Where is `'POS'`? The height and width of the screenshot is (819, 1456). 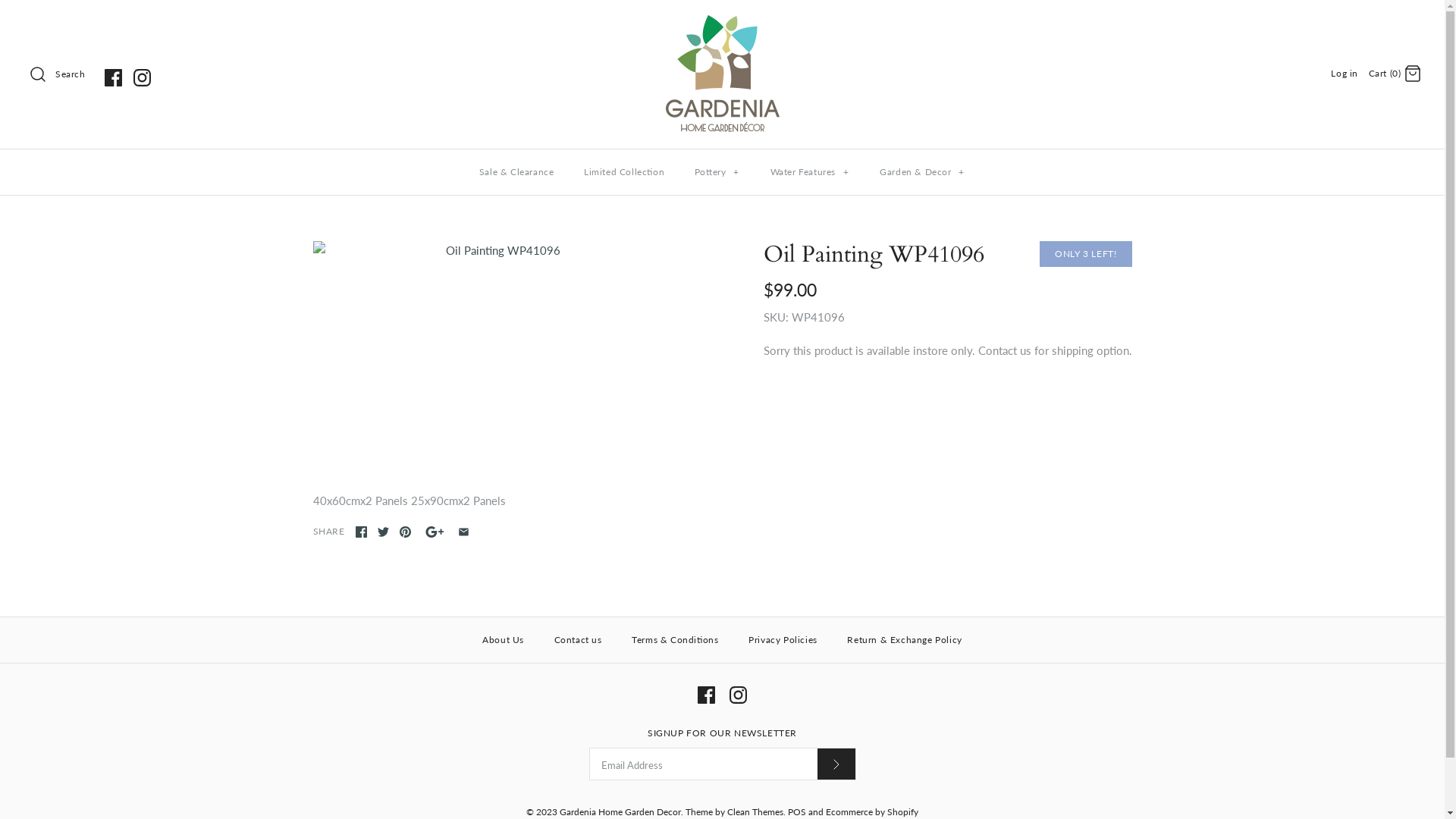
'POS' is located at coordinates (796, 811).